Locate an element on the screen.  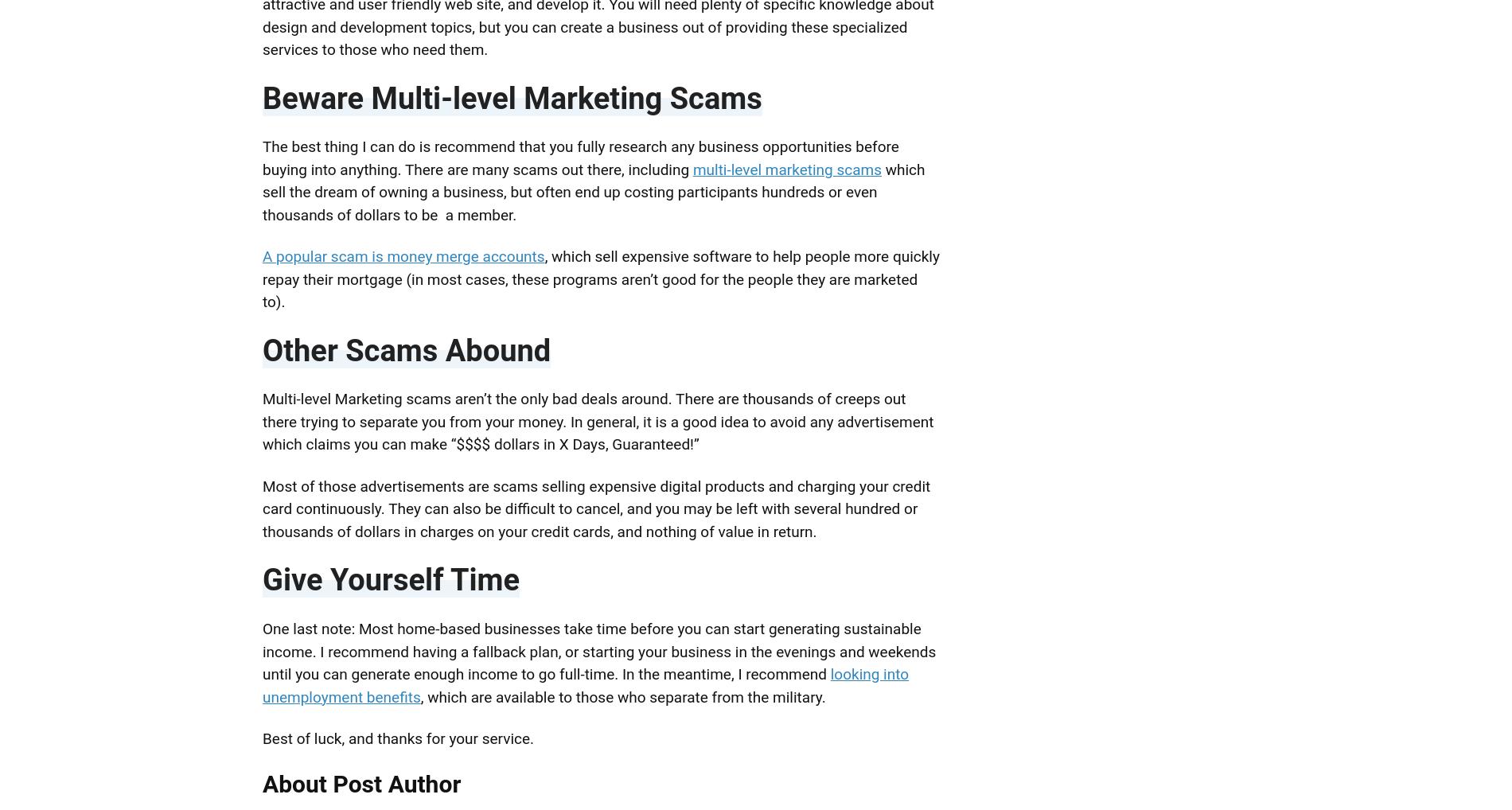
'Give Yourself Time' is located at coordinates (391, 578).